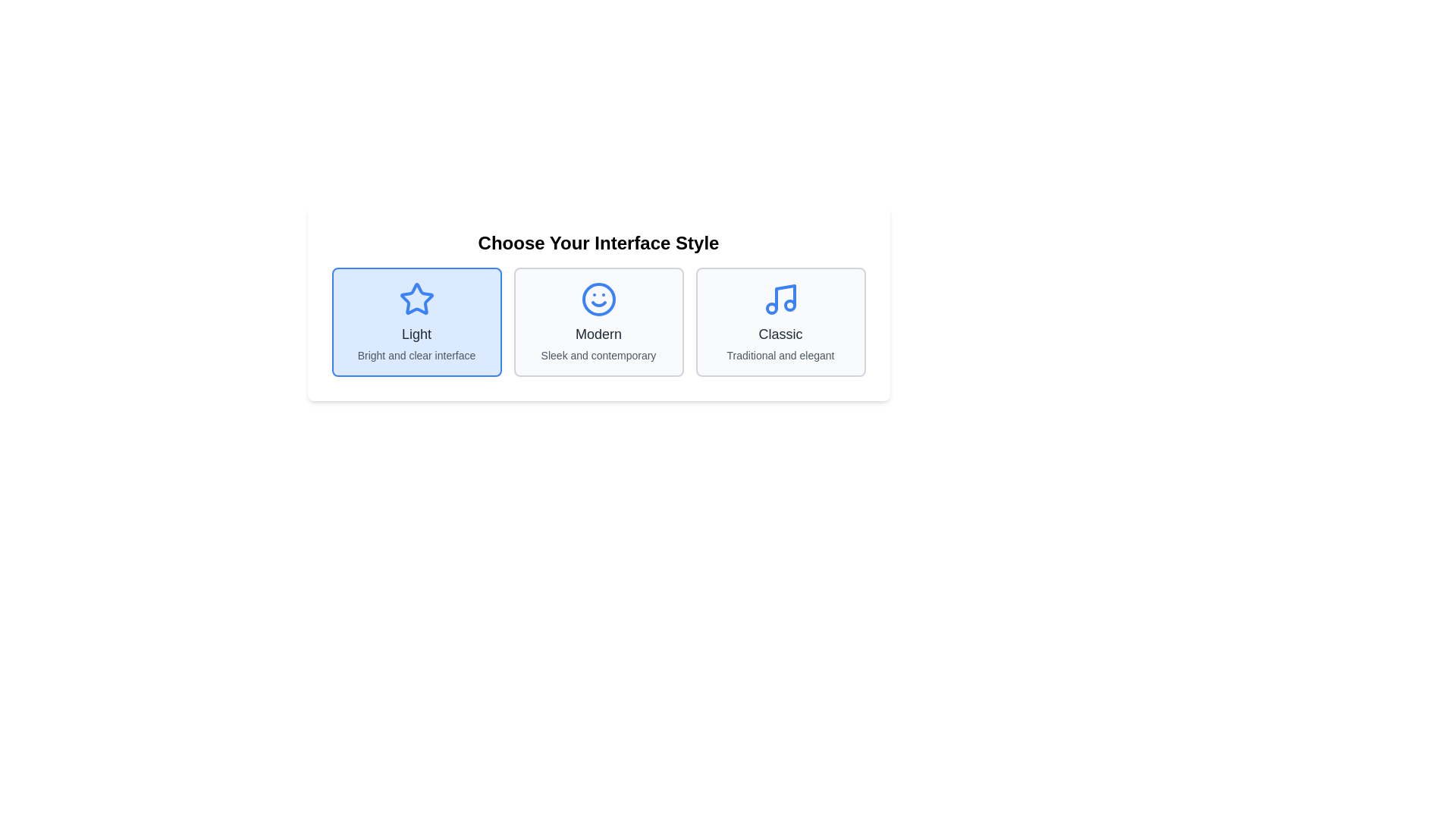 The width and height of the screenshot is (1456, 819). What do you see at coordinates (598, 321) in the screenshot?
I see `details of the 'Modern' option card, which is centrally positioned in a group of three theme selection cards, flanked by 'Light' and 'Classic'` at bounding box center [598, 321].